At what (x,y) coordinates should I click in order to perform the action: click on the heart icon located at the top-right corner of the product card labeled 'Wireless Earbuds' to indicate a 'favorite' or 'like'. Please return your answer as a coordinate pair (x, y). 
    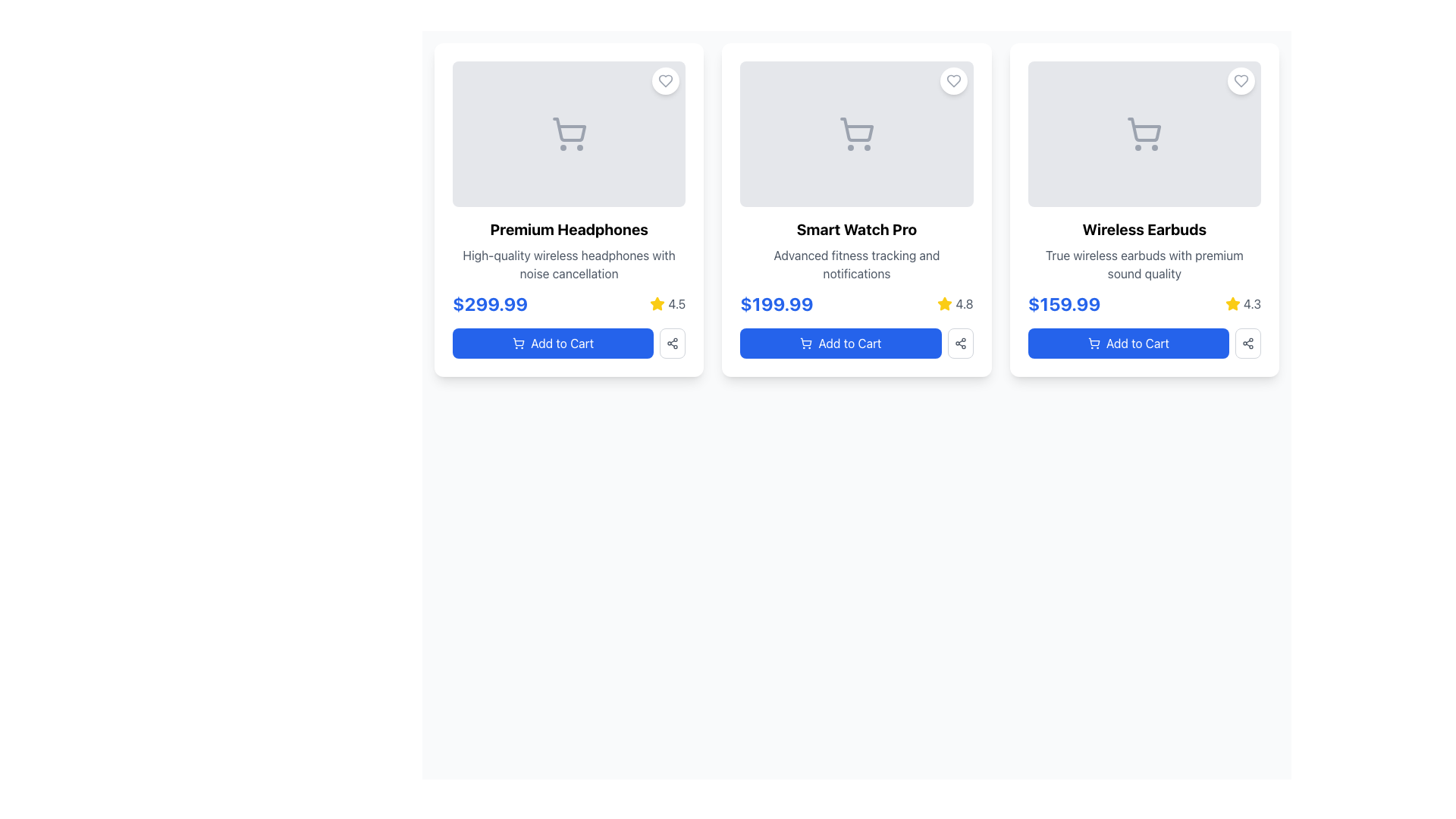
    Looking at the image, I should click on (1241, 81).